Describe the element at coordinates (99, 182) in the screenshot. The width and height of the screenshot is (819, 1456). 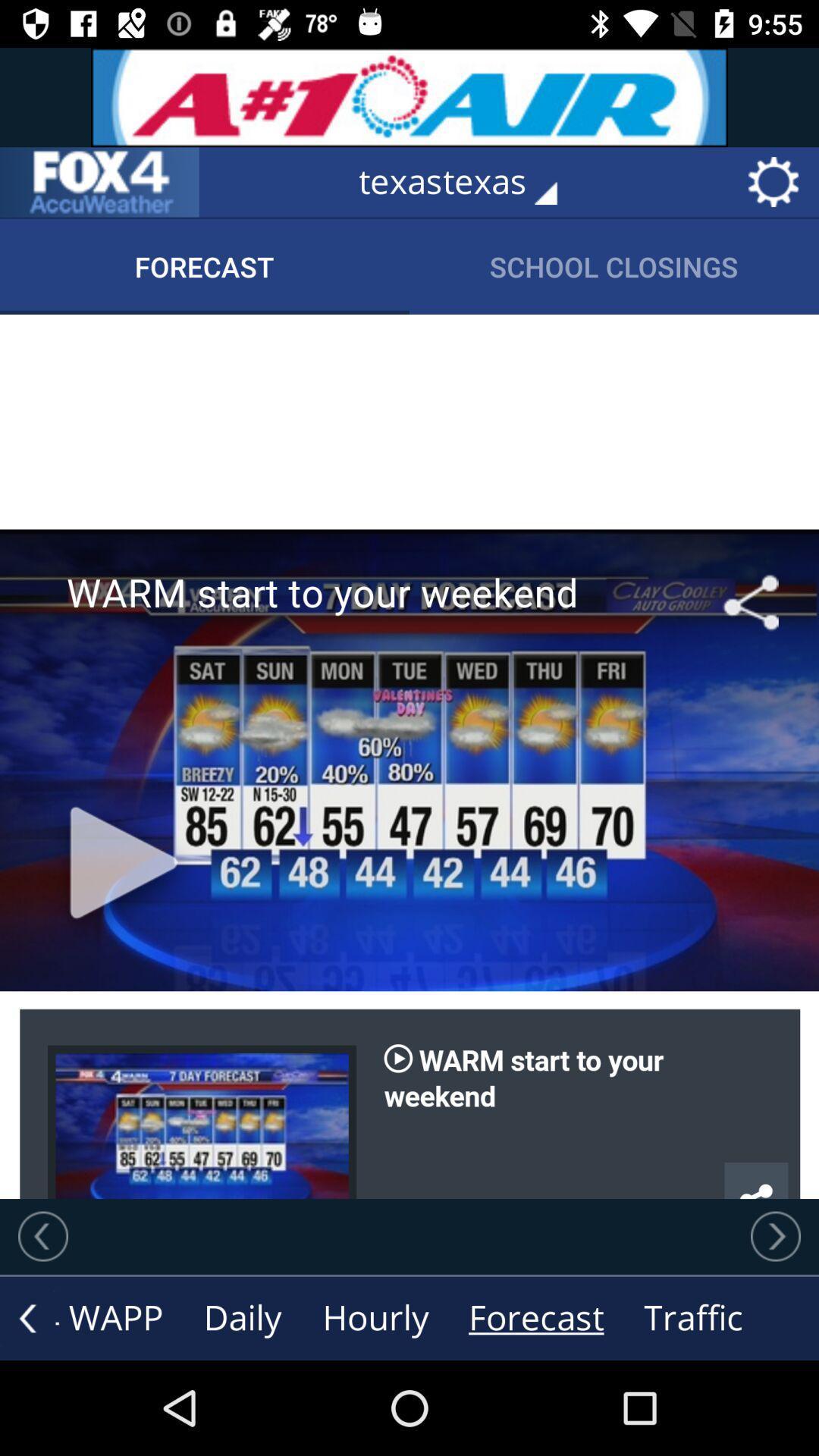
I see `that page` at that location.